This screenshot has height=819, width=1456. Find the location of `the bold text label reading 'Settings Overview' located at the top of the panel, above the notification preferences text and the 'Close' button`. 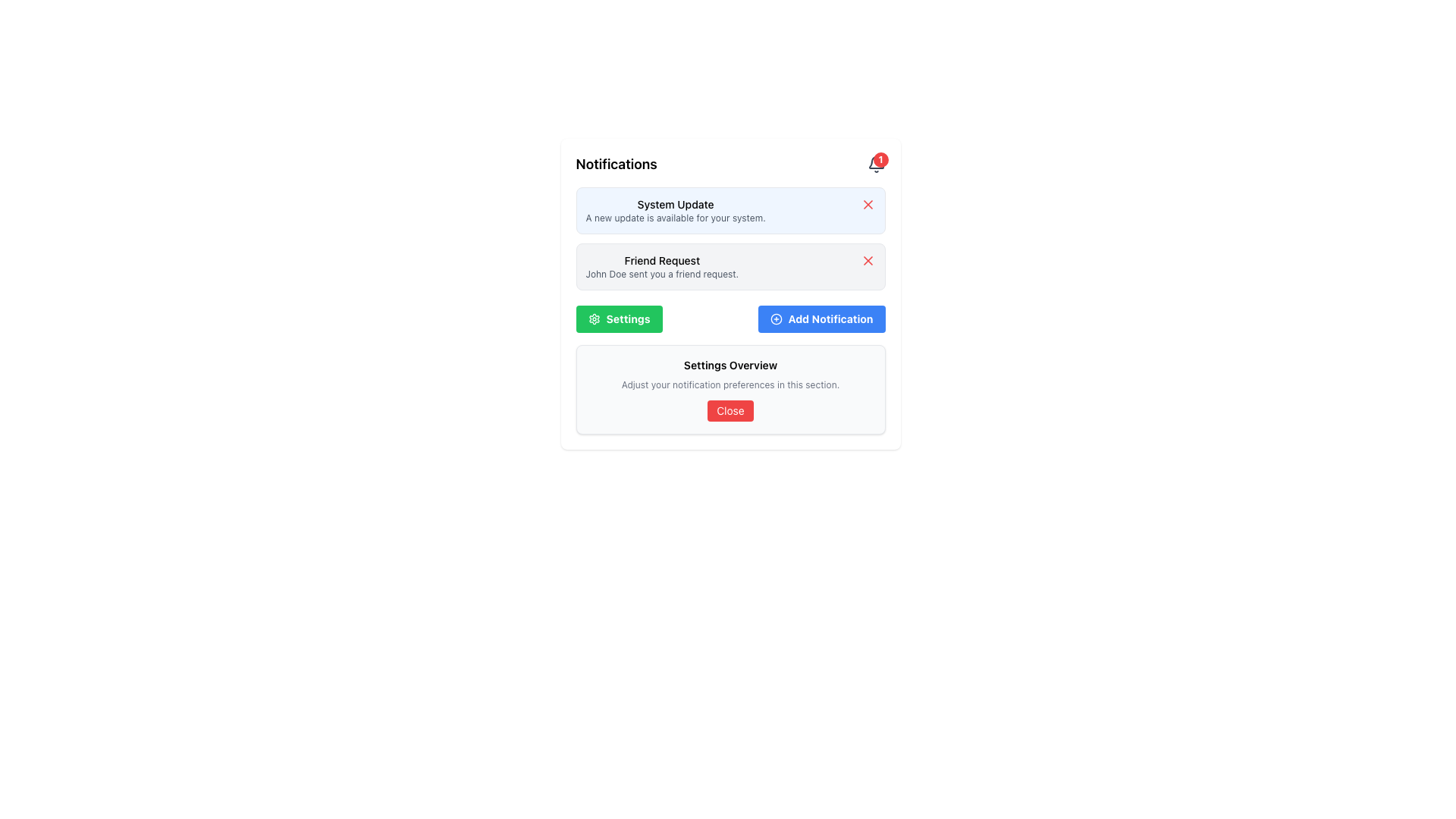

the bold text label reading 'Settings Overview' located at the top of the panel, above the notification preferences text and the 'Close' button is located at coordinates (730, 366).